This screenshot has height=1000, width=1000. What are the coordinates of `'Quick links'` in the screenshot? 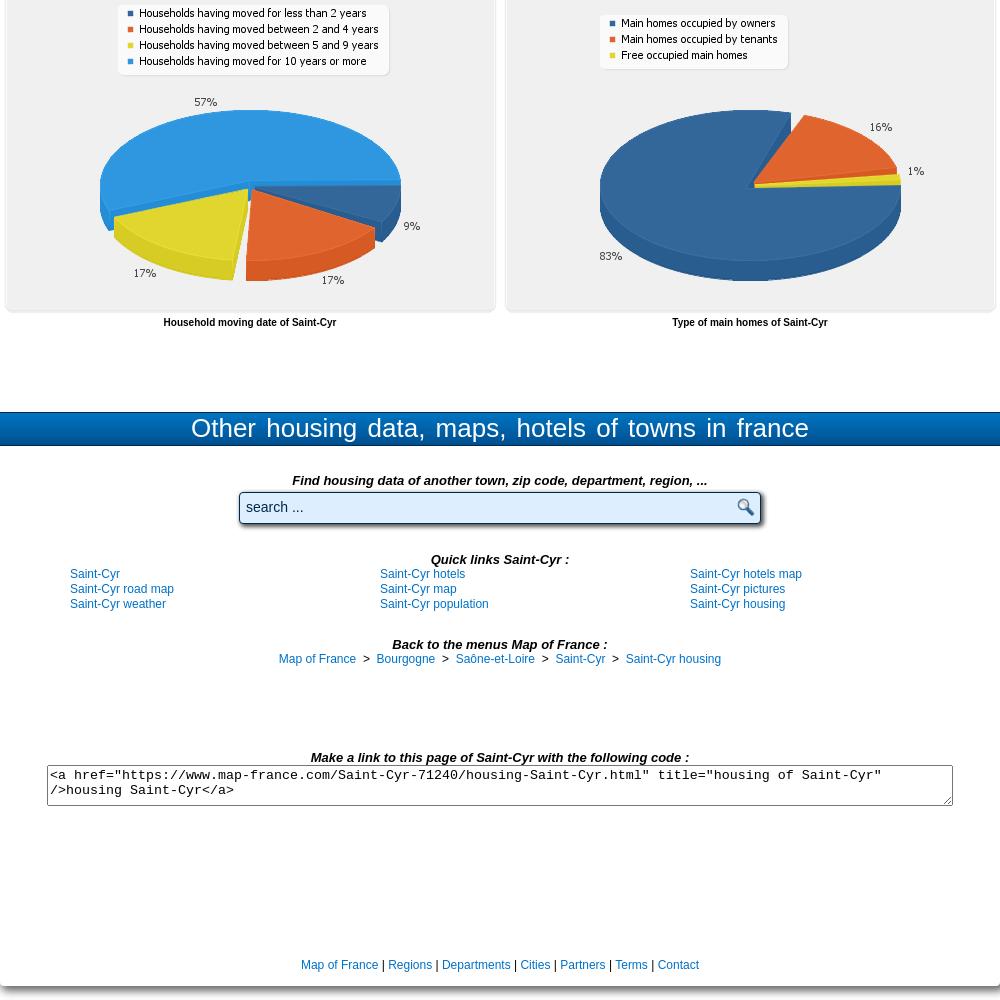 It's located at (465, 559).